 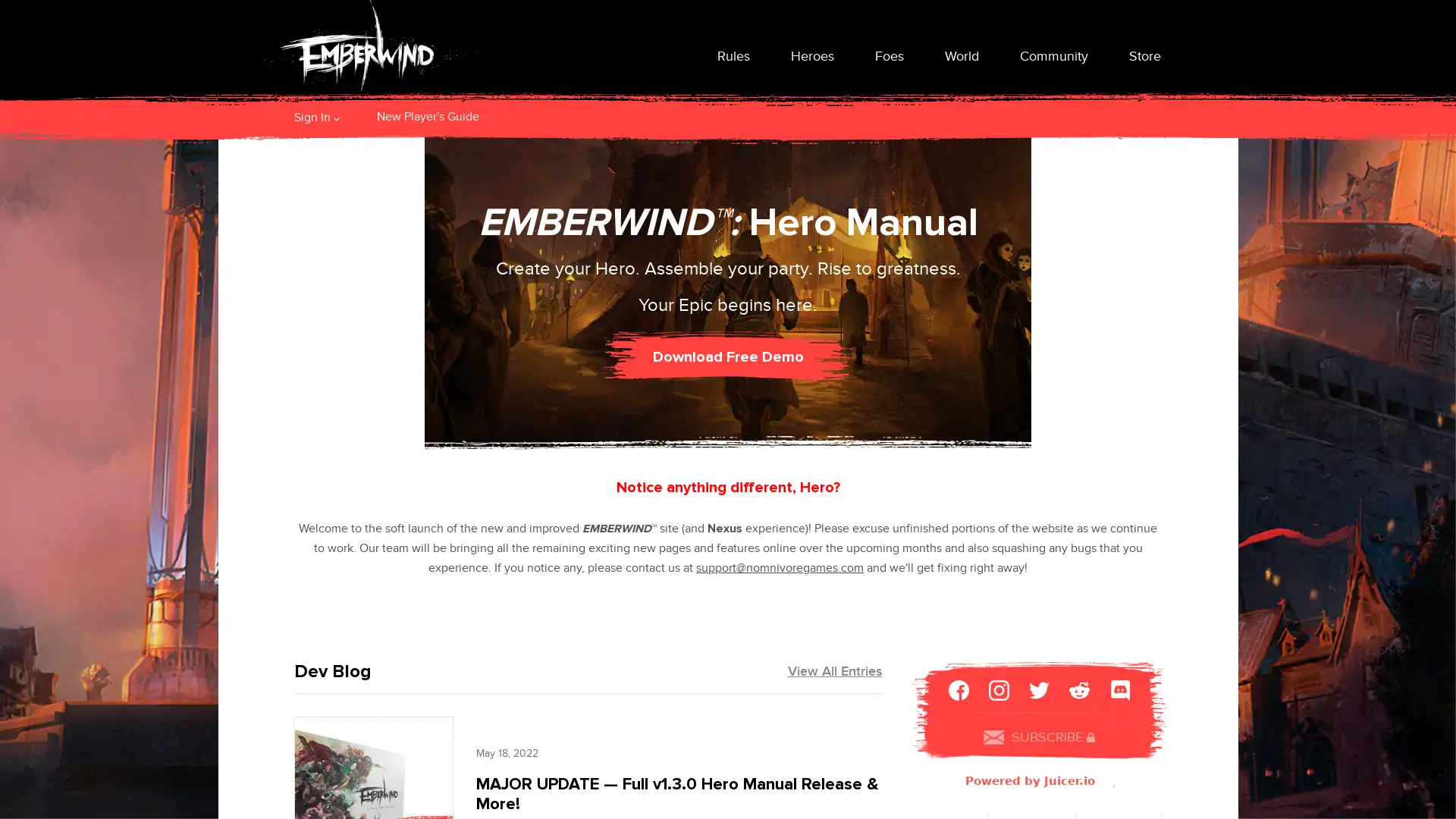 I want to click on Sign In, so click(x=311, y=116).